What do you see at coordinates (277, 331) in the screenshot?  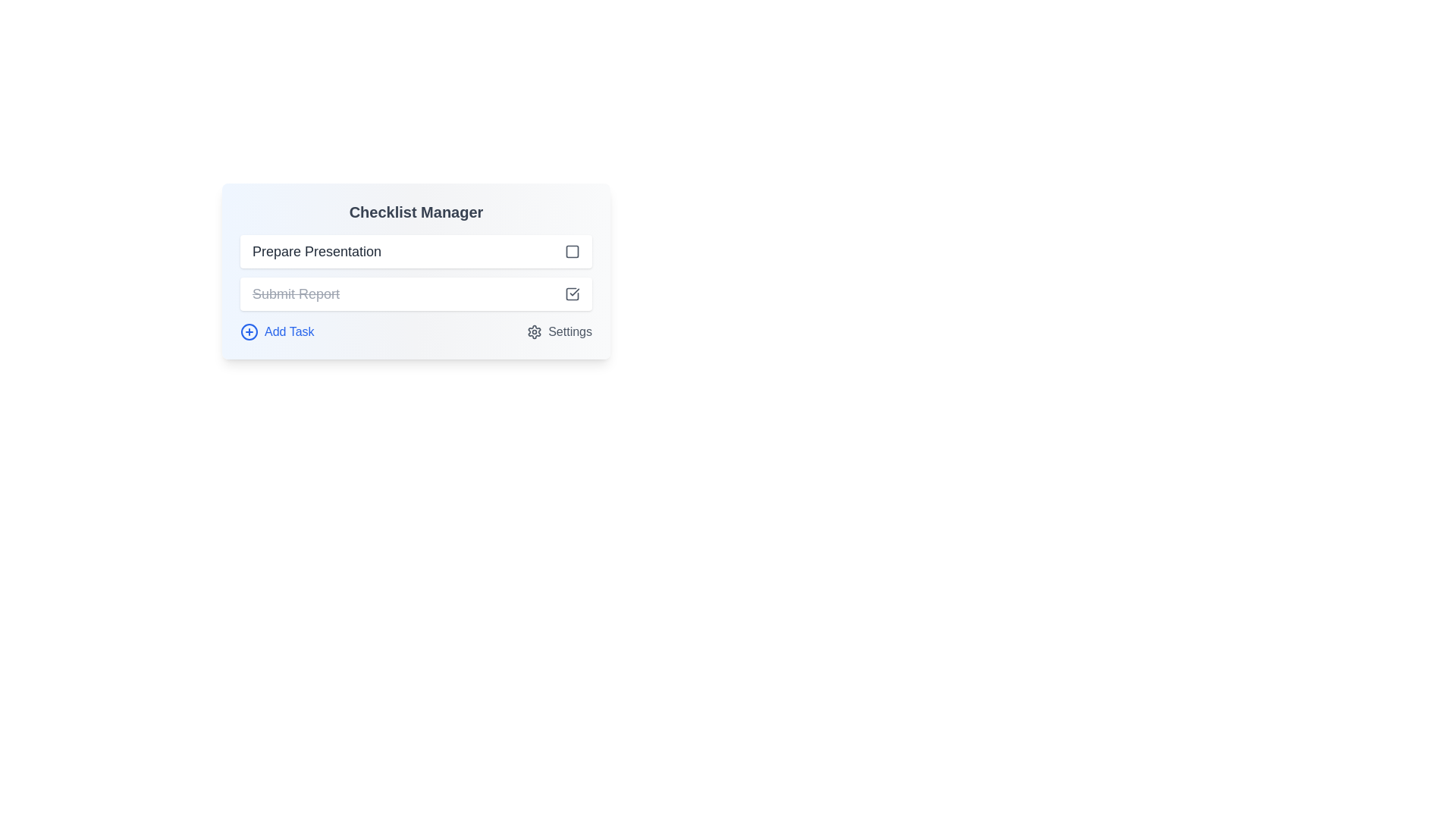 I see `the 'Add Task' button with a blue '+' icon located in the 'Checklist Manager' section` at bounding box center [277, 331].